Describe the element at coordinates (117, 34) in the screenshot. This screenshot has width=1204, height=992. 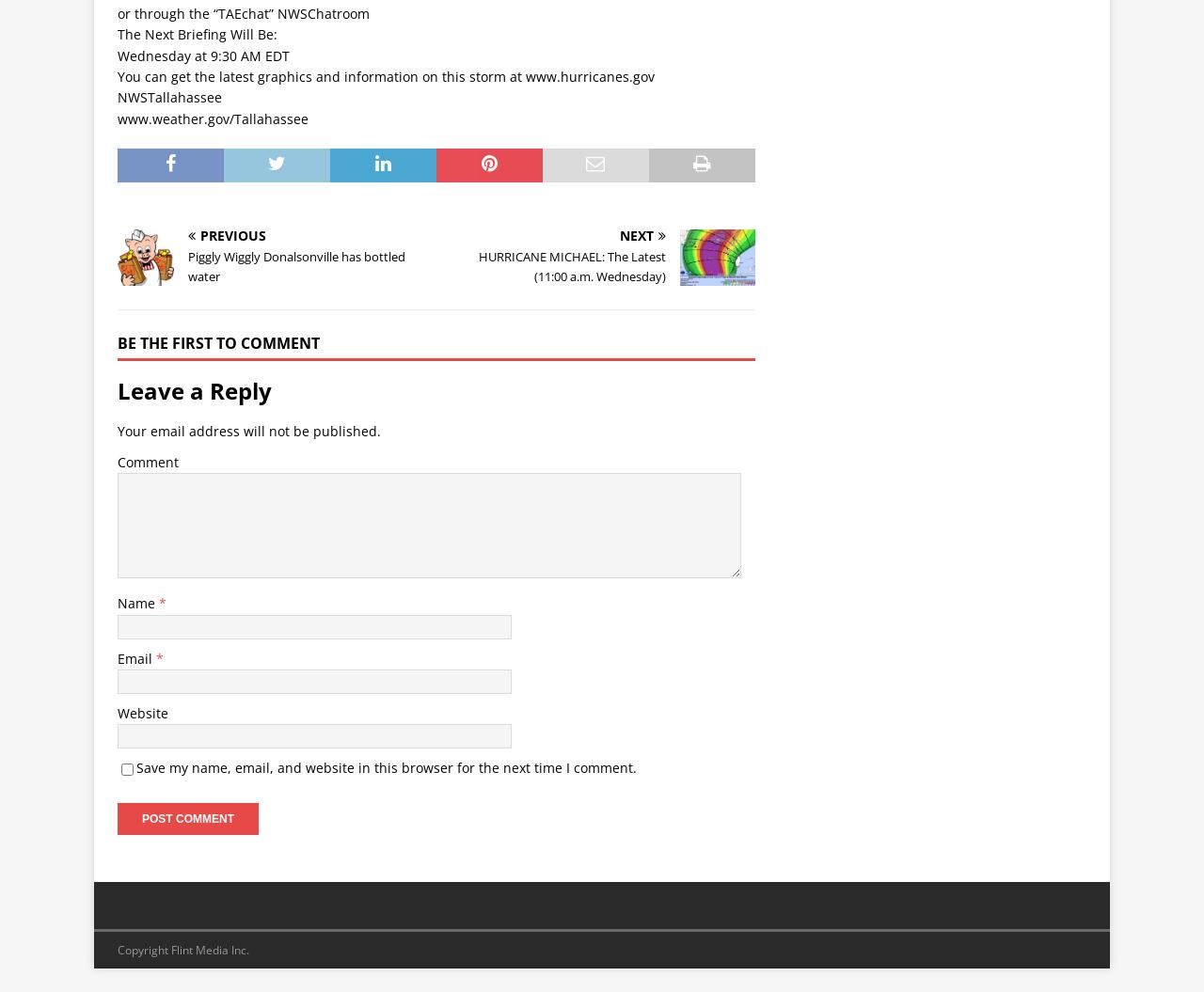
I see `'The Next Briefing Will Be:'` at that location.